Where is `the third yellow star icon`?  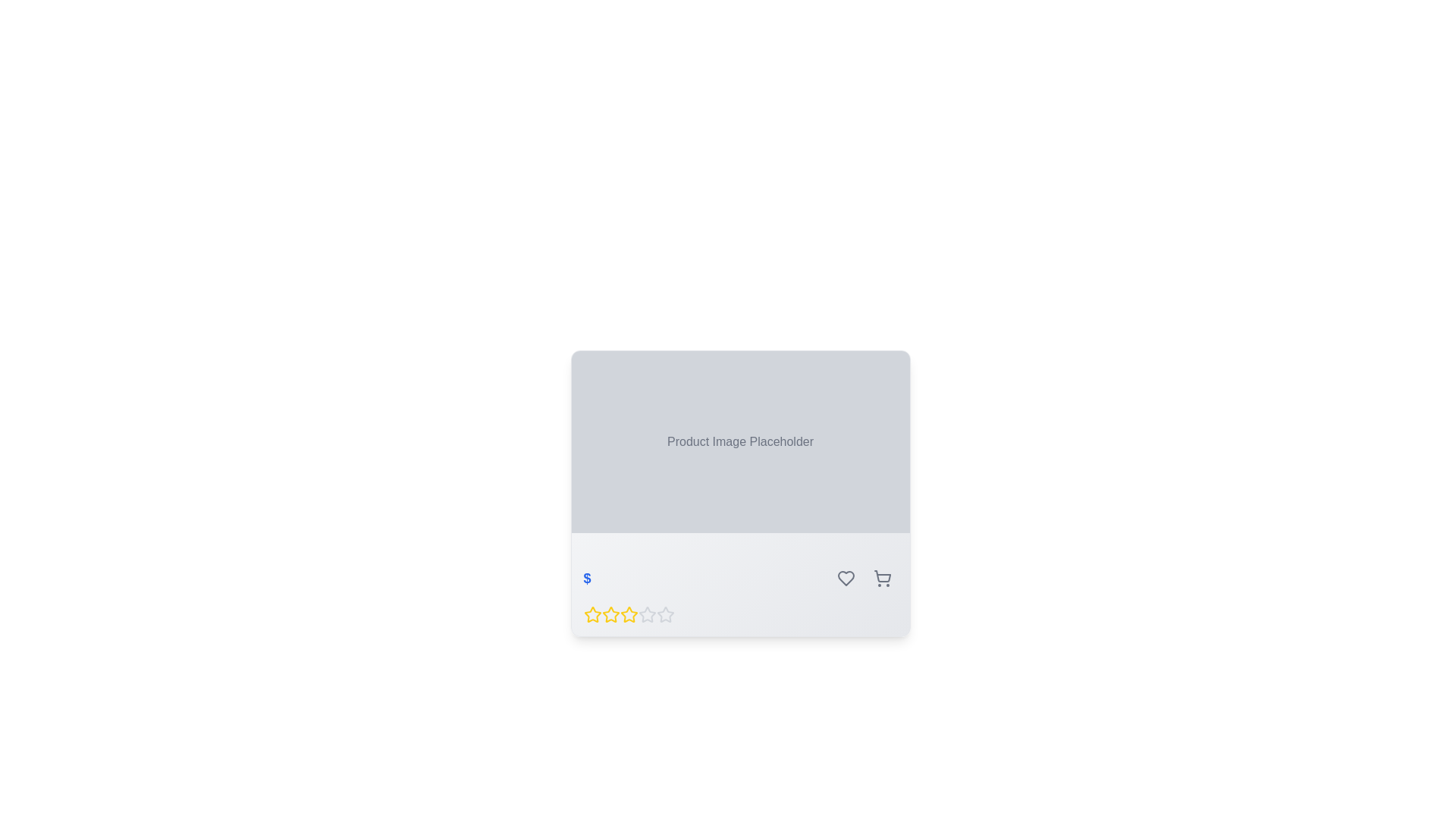
the third yellow star icon is located at coordinates (629, 614).